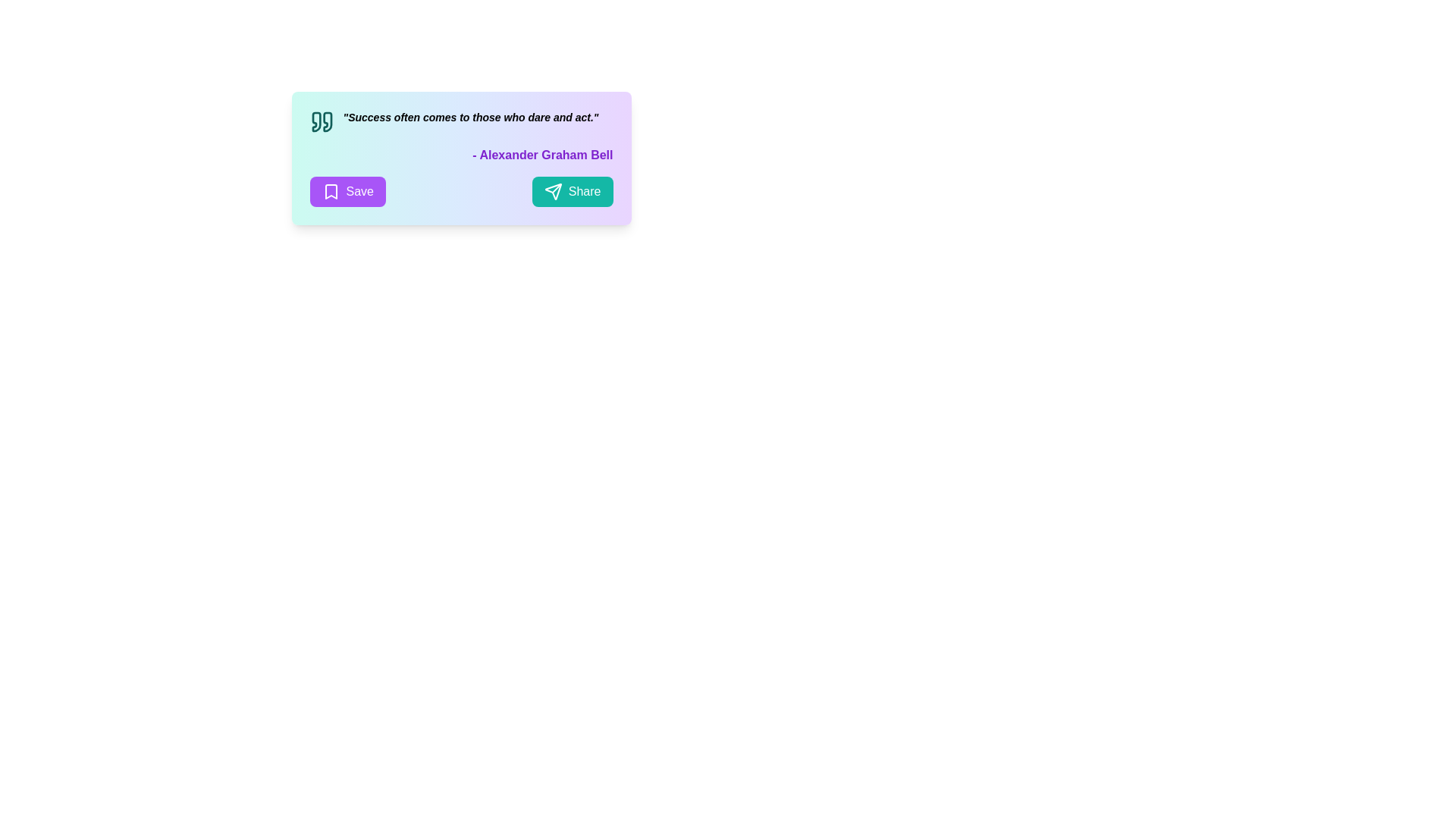  Describe the element at coordinates (552, 191) in the screenshot. I see `the paper airplane icon within the 'Share' button located on the right-hand side of the UI card` at that location.